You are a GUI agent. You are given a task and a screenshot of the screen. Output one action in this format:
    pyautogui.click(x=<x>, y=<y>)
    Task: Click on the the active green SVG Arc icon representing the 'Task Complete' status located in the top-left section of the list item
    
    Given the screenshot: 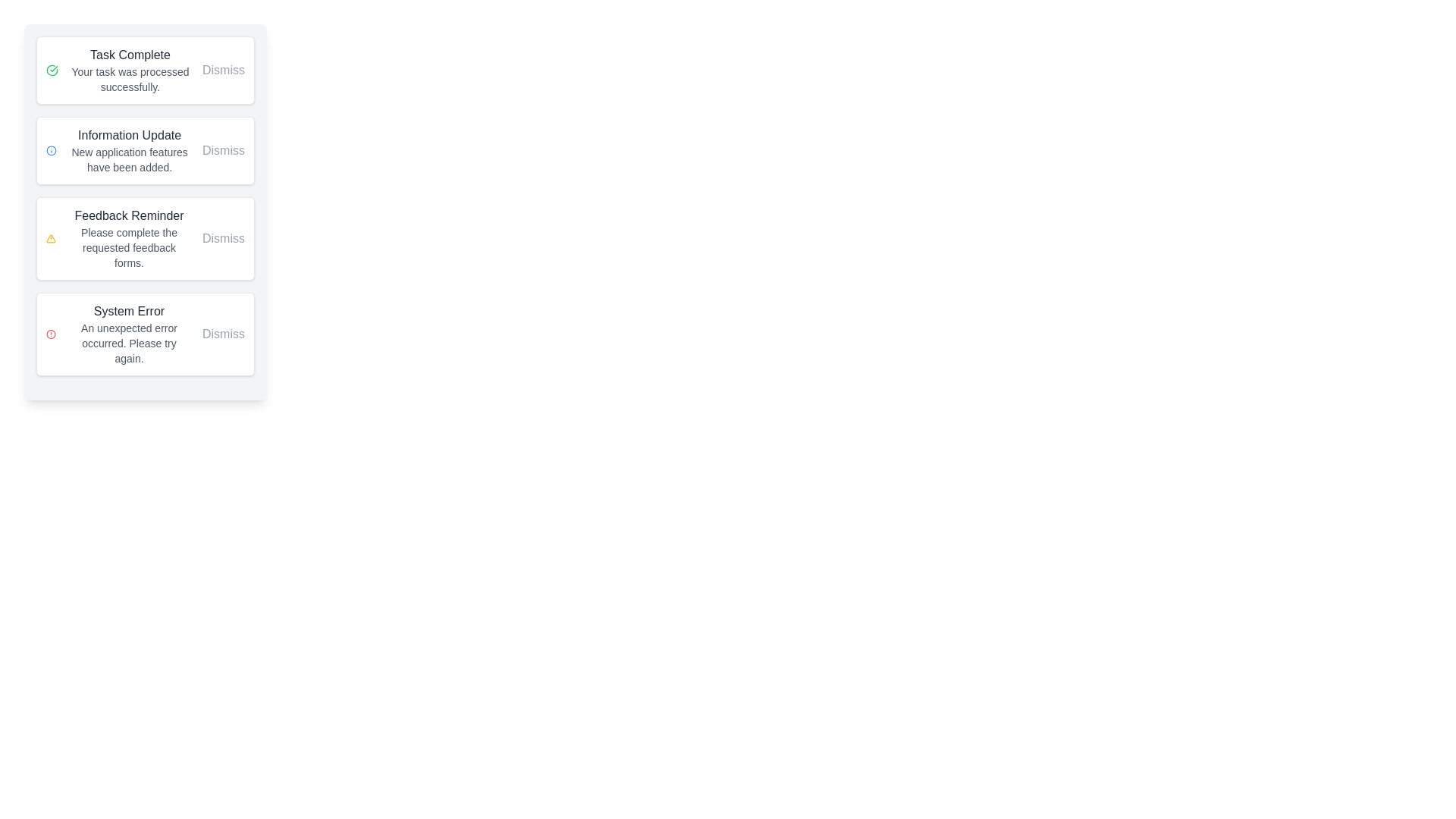 What is the action you would take?
    pyautogui.click(x=52, y=70)
    